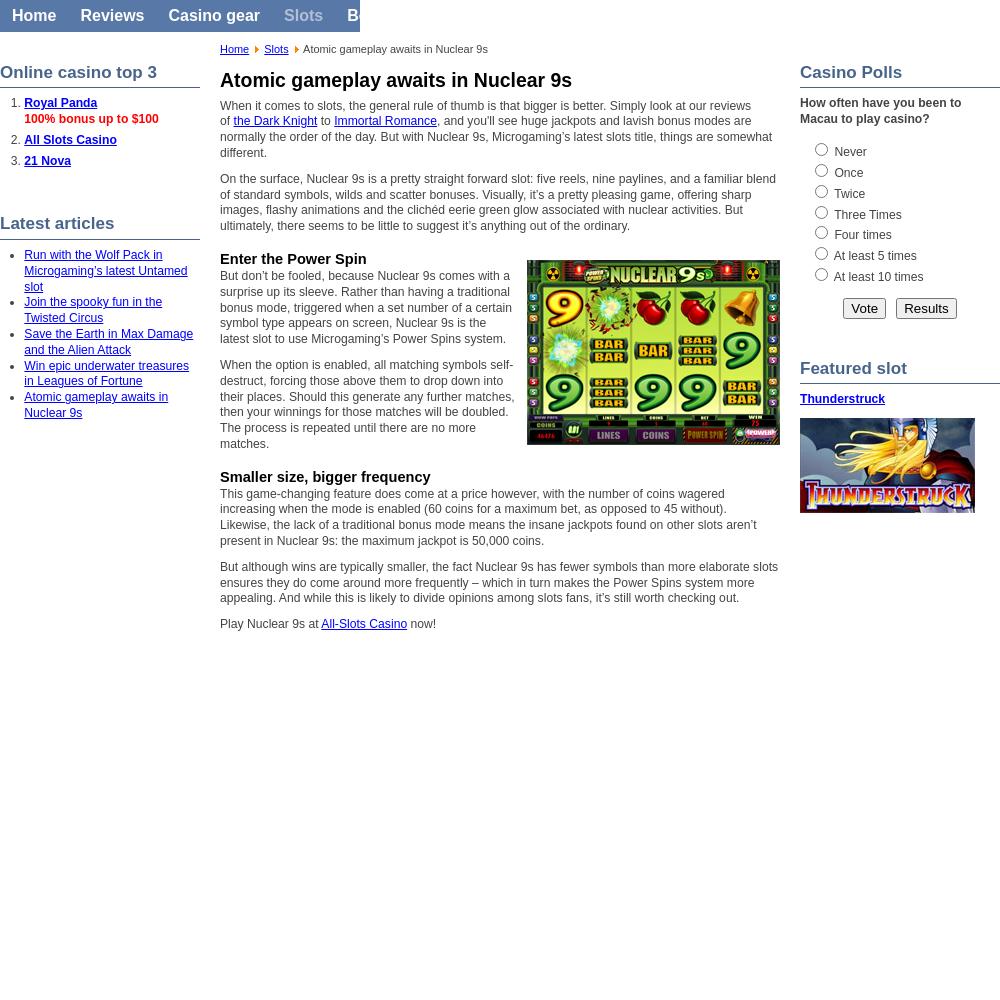 The height and width of the screenshot is (1000, 1000). Describe the element at coordinates (90, 118) in the screenshot. I see `'100% bonus up to $100'` at that location.